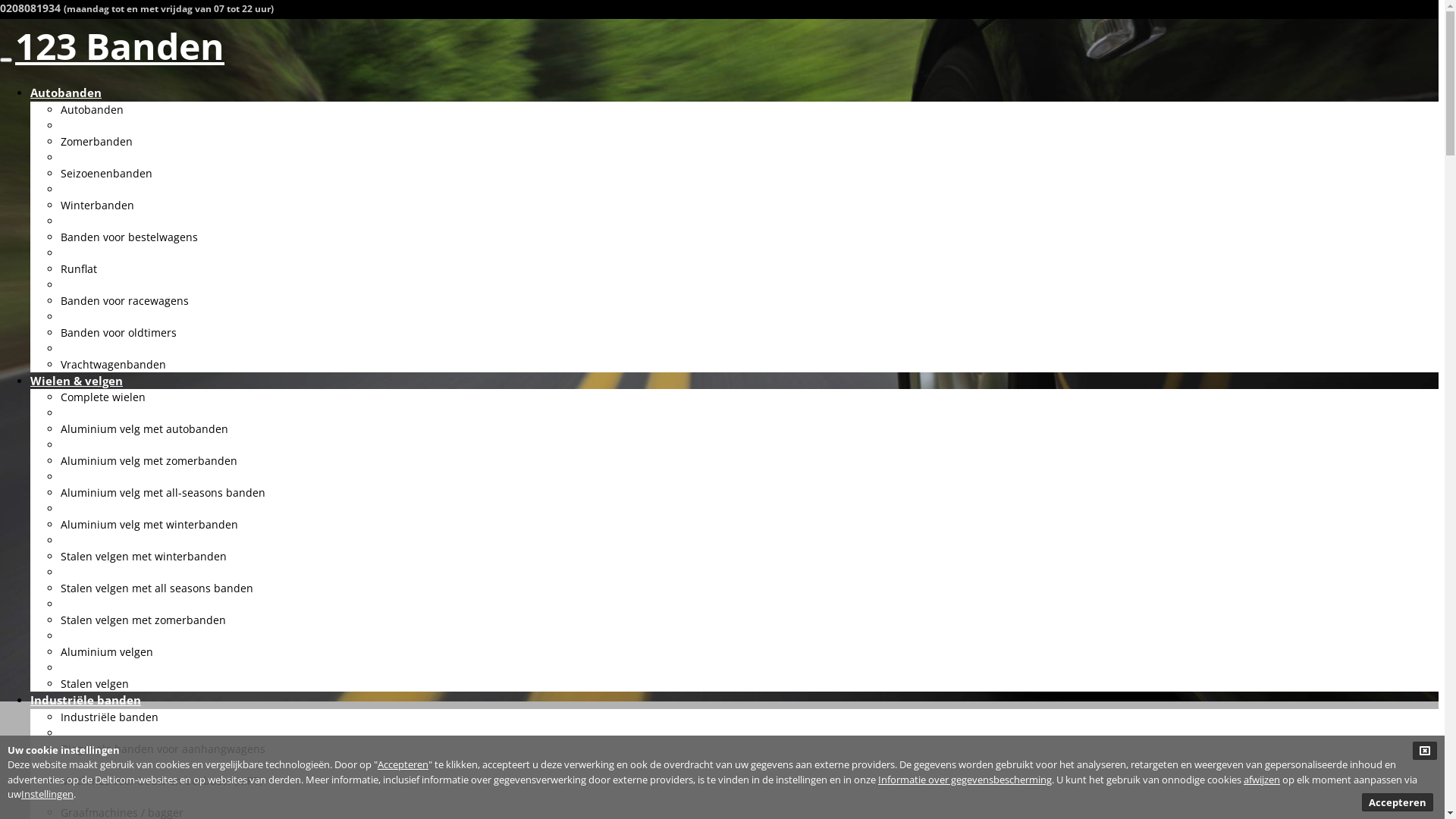  What do you see at coordinates (964, 778) in the screenshot?
I see `'Informatie over gegevensbescherming'` at bounding box center [964, 778].